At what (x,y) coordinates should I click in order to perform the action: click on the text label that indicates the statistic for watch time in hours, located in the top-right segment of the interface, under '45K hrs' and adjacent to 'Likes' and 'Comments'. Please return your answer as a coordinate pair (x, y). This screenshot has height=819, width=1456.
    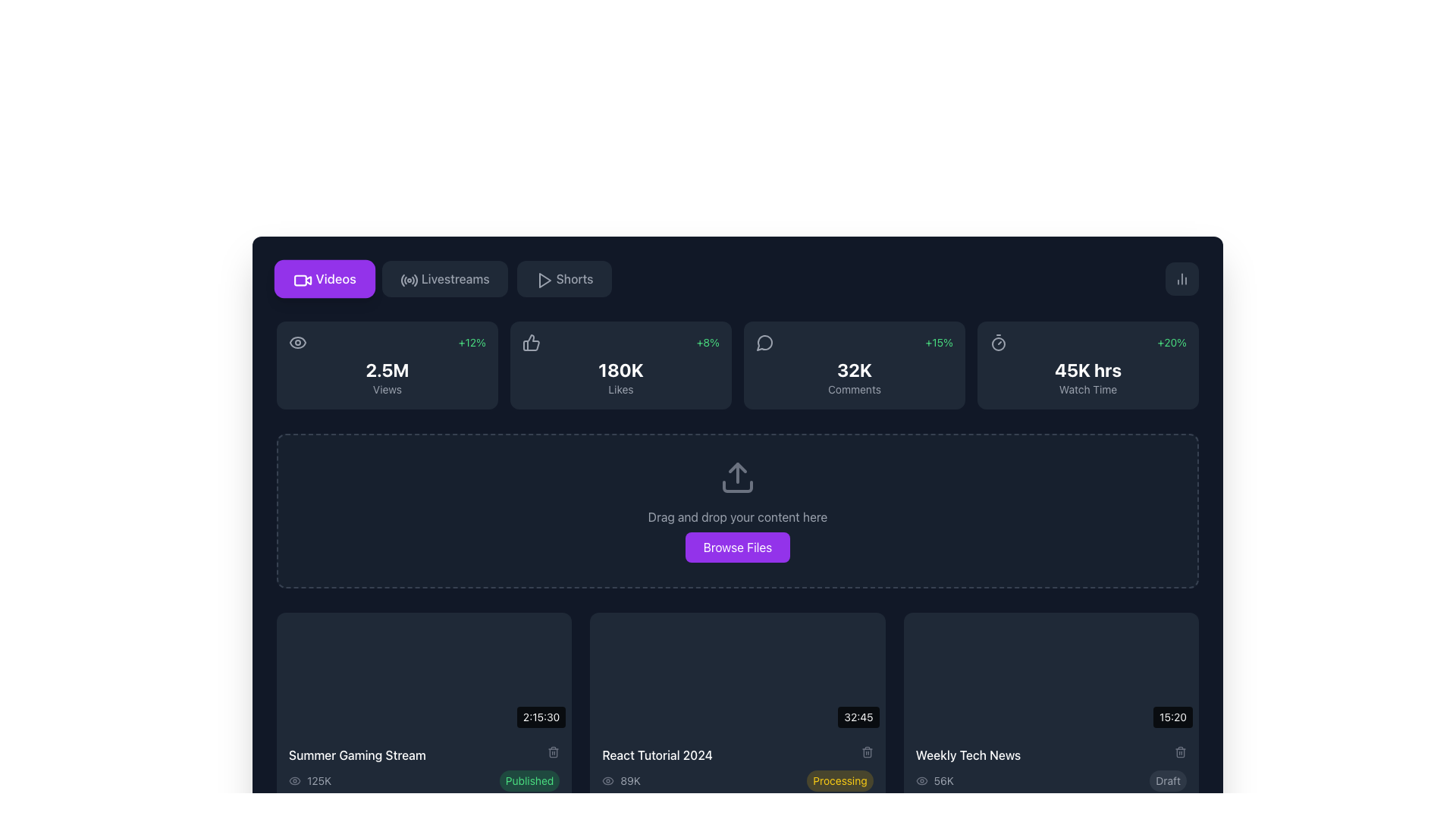
    Looking at the image, I should click on (1087, 388).